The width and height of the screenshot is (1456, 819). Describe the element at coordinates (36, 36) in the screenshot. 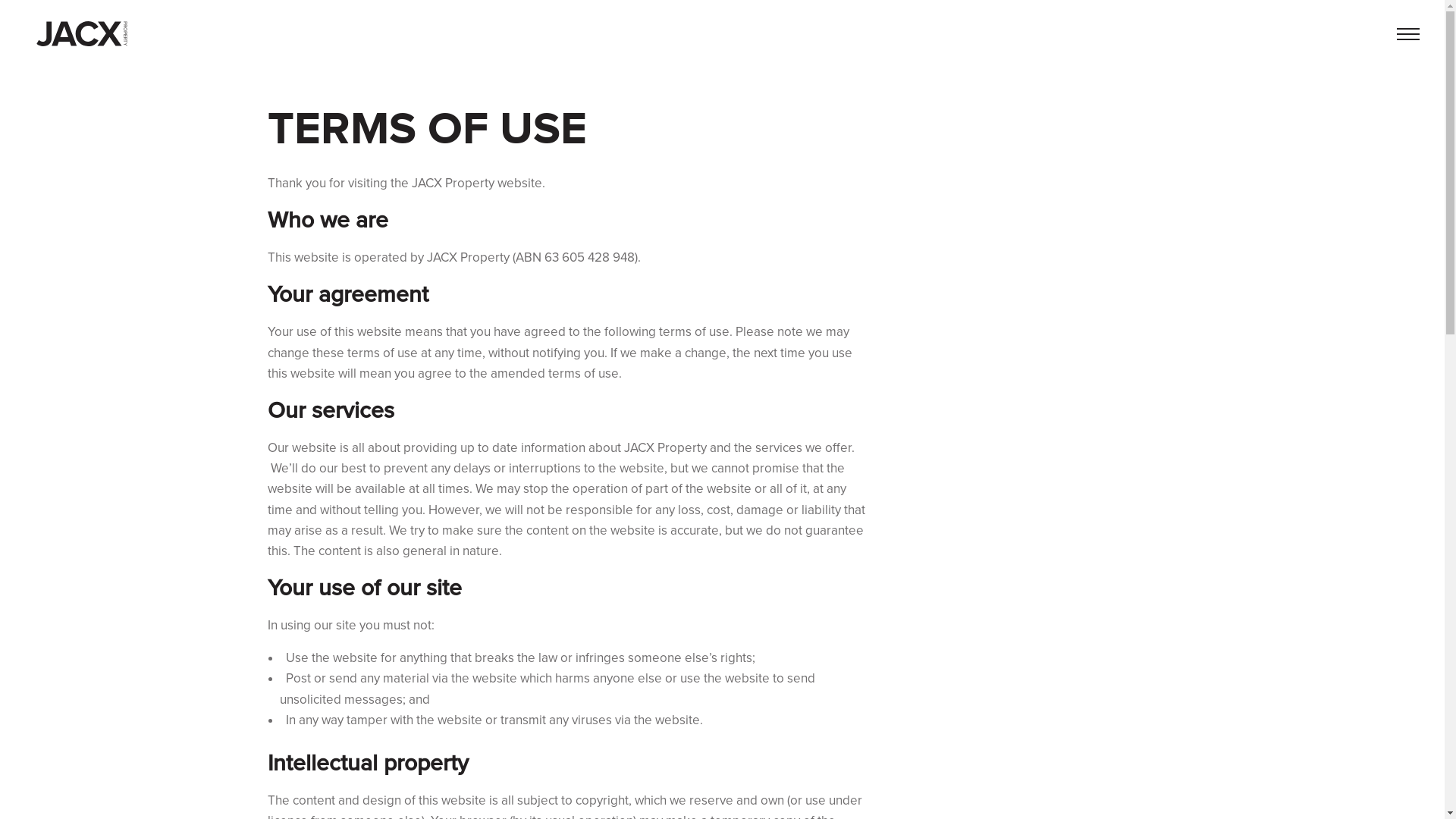

I see `'Back to home'` at that location.